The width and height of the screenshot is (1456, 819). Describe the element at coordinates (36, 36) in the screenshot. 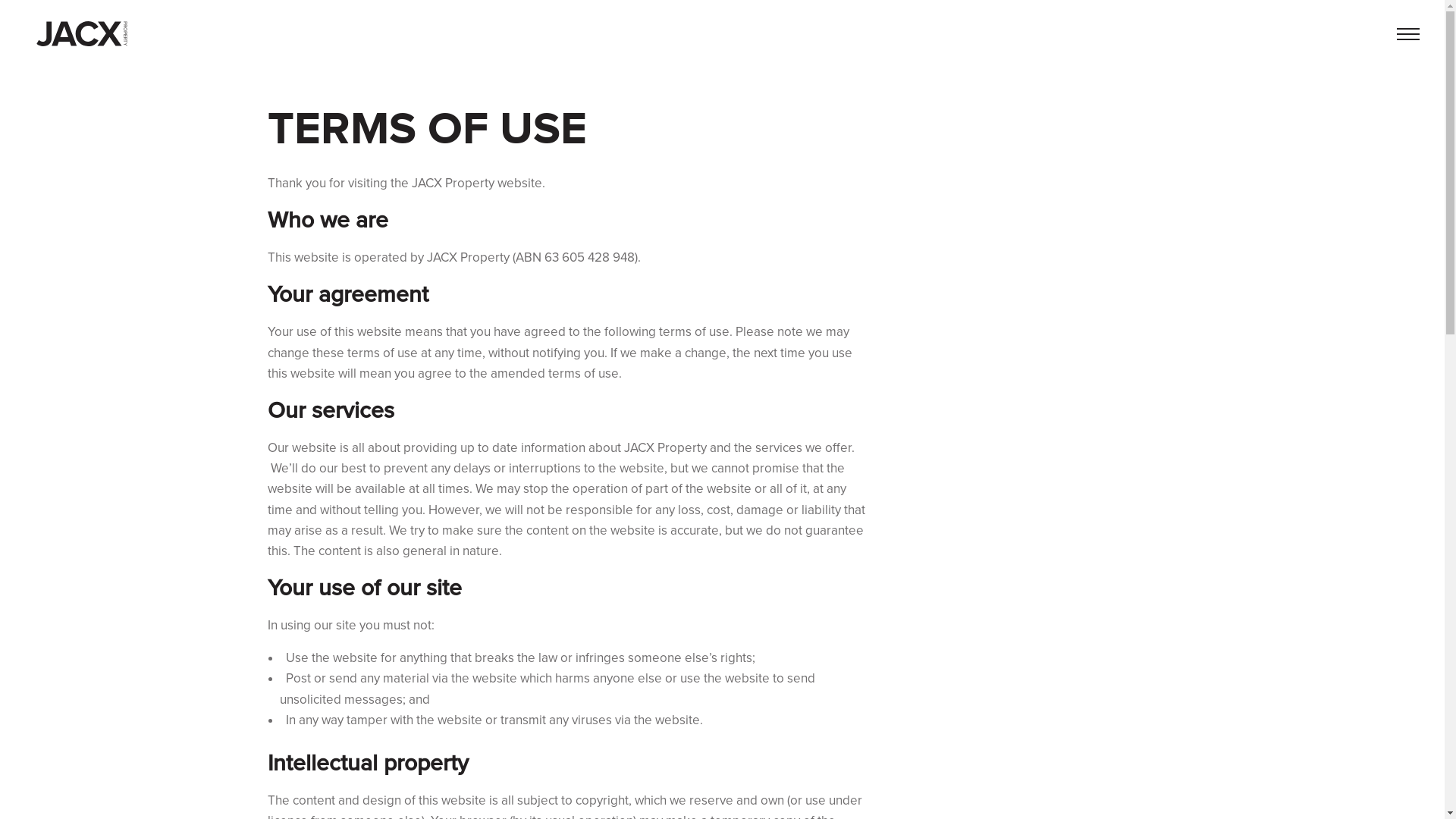

I see `'Back to home'` at that location.